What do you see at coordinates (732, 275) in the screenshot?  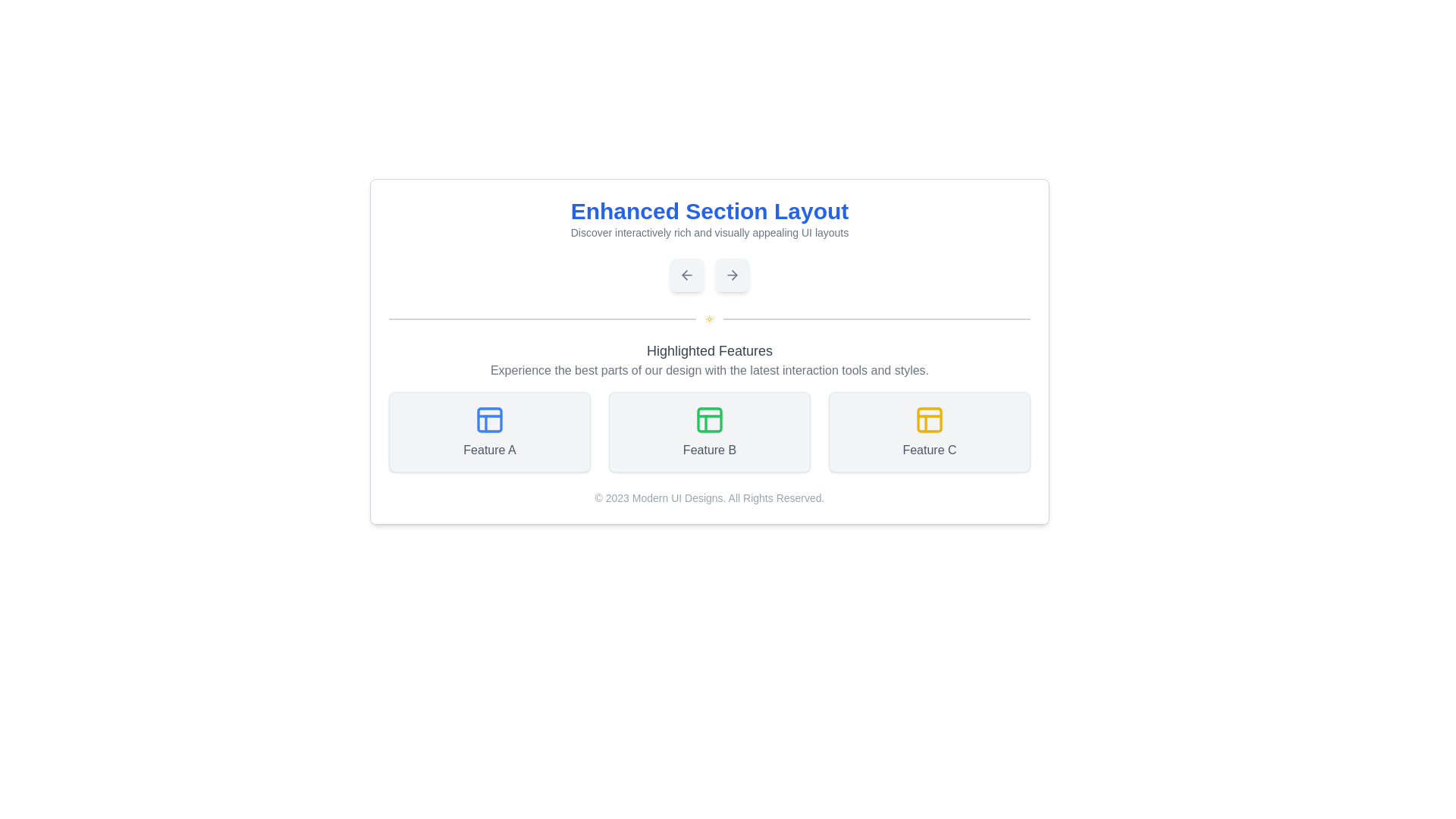 I see `the arrow icon button pointing to the right, which is styled with a gray line and round corners, to get focus` at bounding box center [732, 275].